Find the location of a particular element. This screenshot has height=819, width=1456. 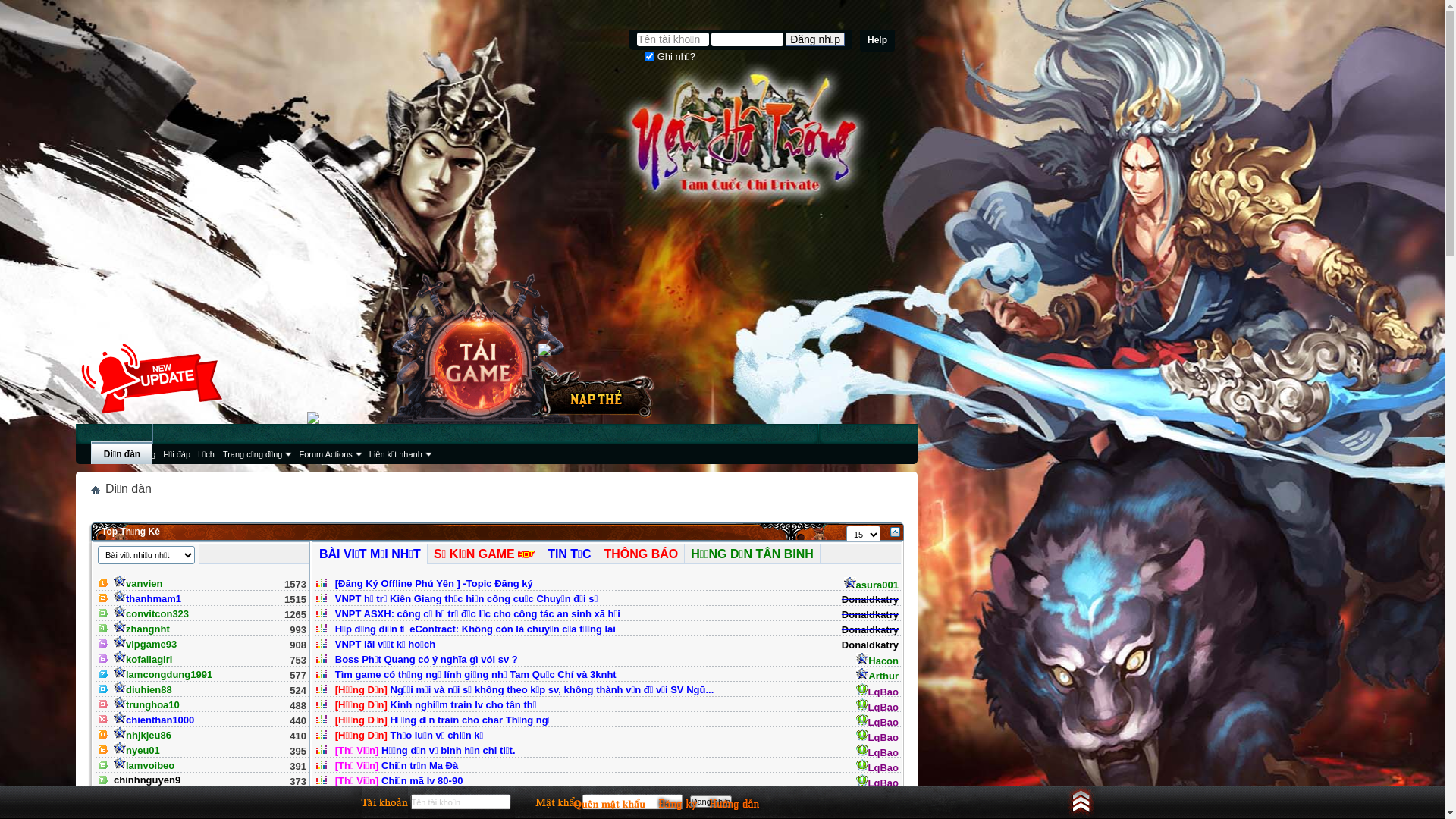

'trunghoa10' is located at coordinates (146, 704).